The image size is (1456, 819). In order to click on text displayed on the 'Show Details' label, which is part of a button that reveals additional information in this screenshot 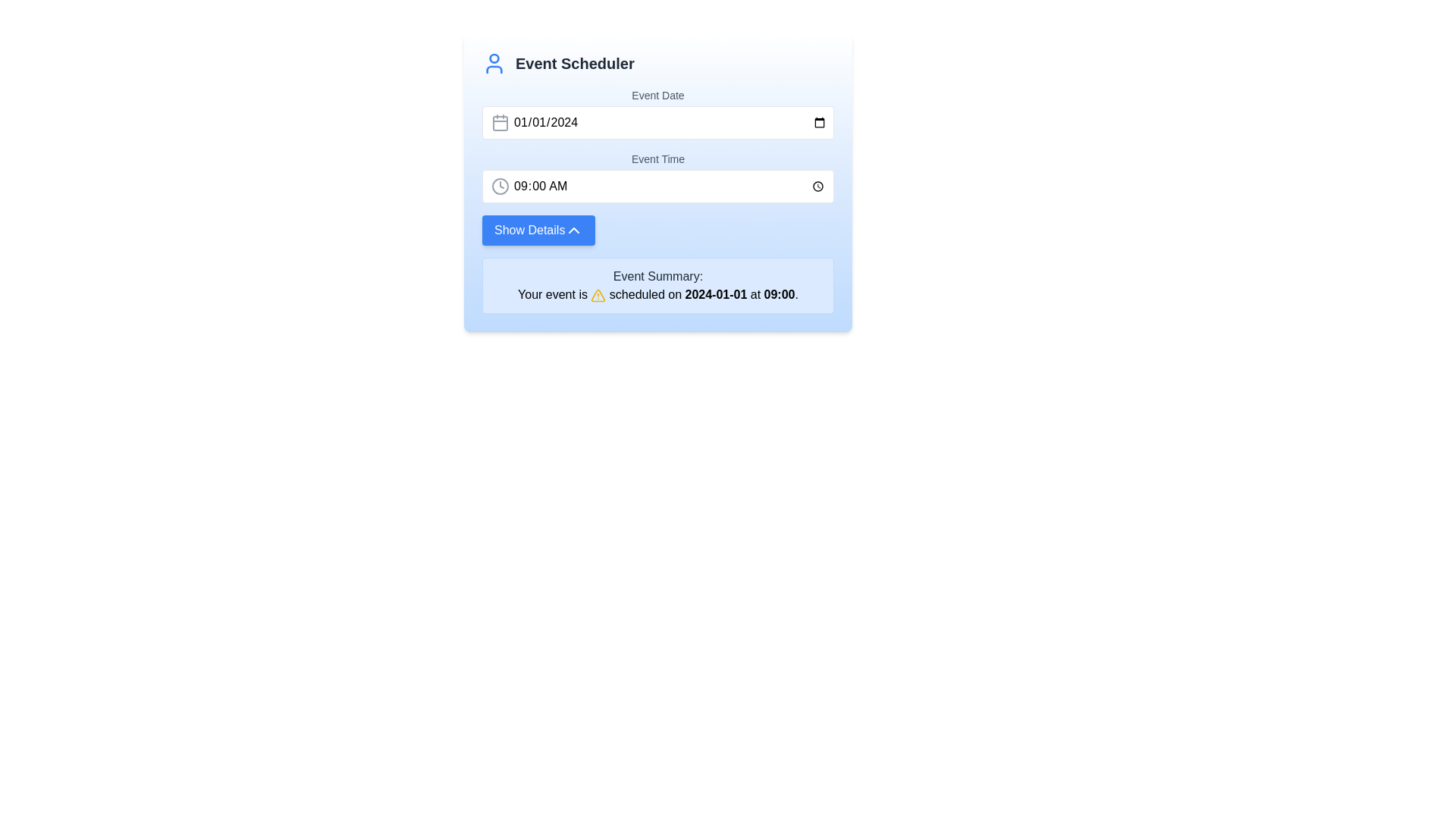, I will do `click(529, 231)`.